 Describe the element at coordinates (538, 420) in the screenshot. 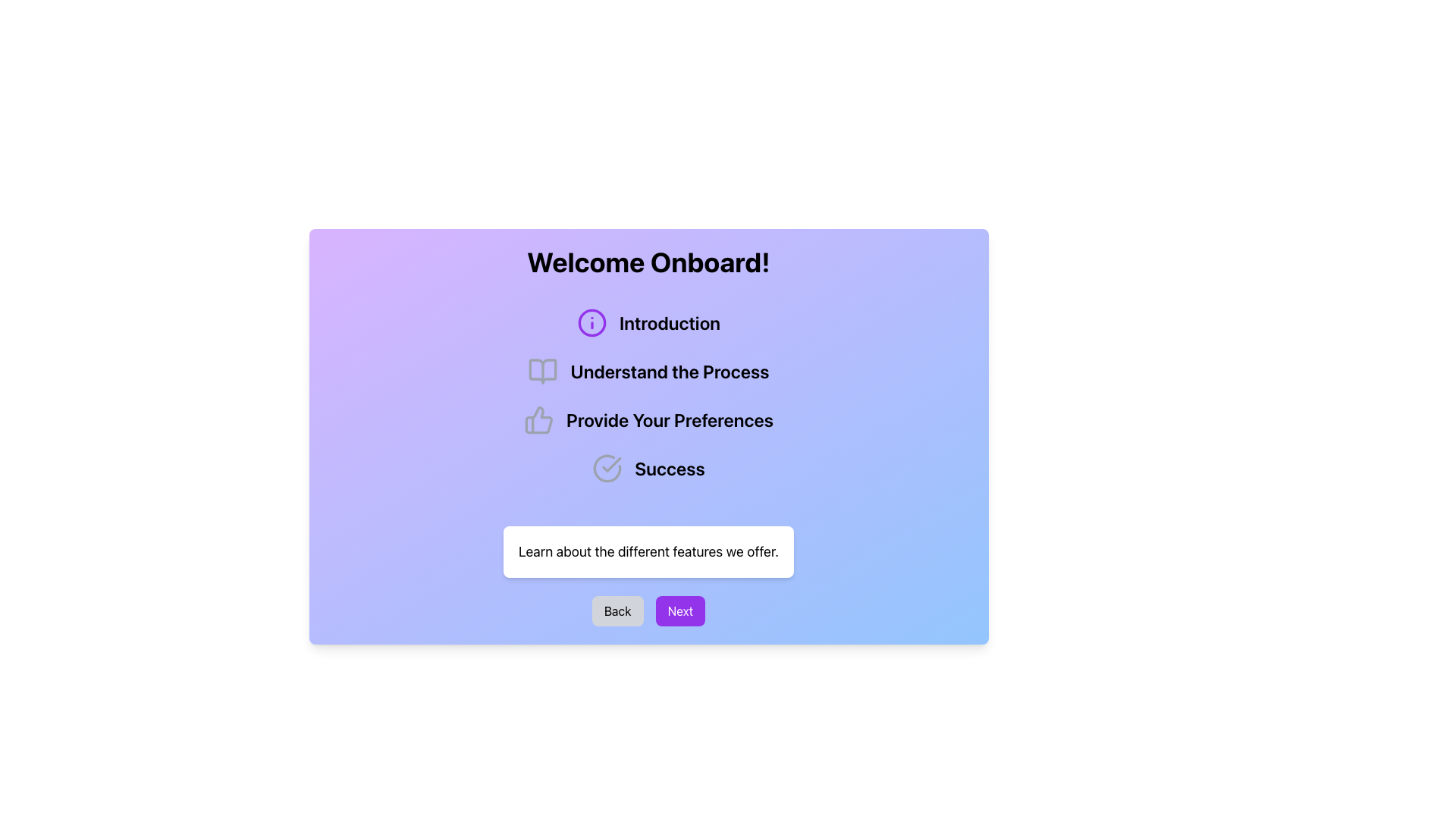

I see `the SVG icon representing a hand giving a thumbs-up, which is outlined in grey and located adjacent to the text 'Provide Your Preferences'` at that location.